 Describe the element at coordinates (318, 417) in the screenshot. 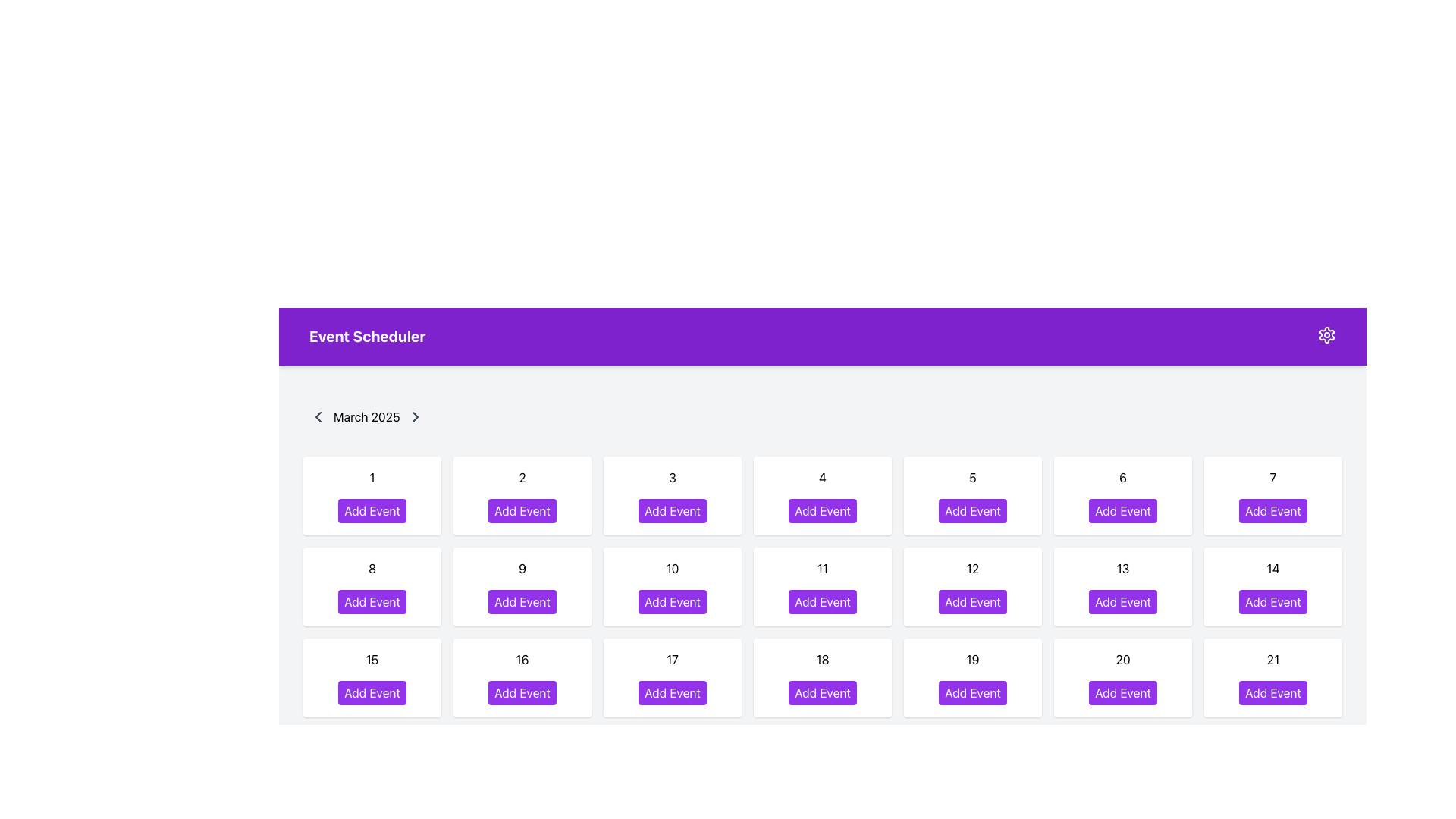

I see `the navigation button on the left side of the horizontal bar` at that location.